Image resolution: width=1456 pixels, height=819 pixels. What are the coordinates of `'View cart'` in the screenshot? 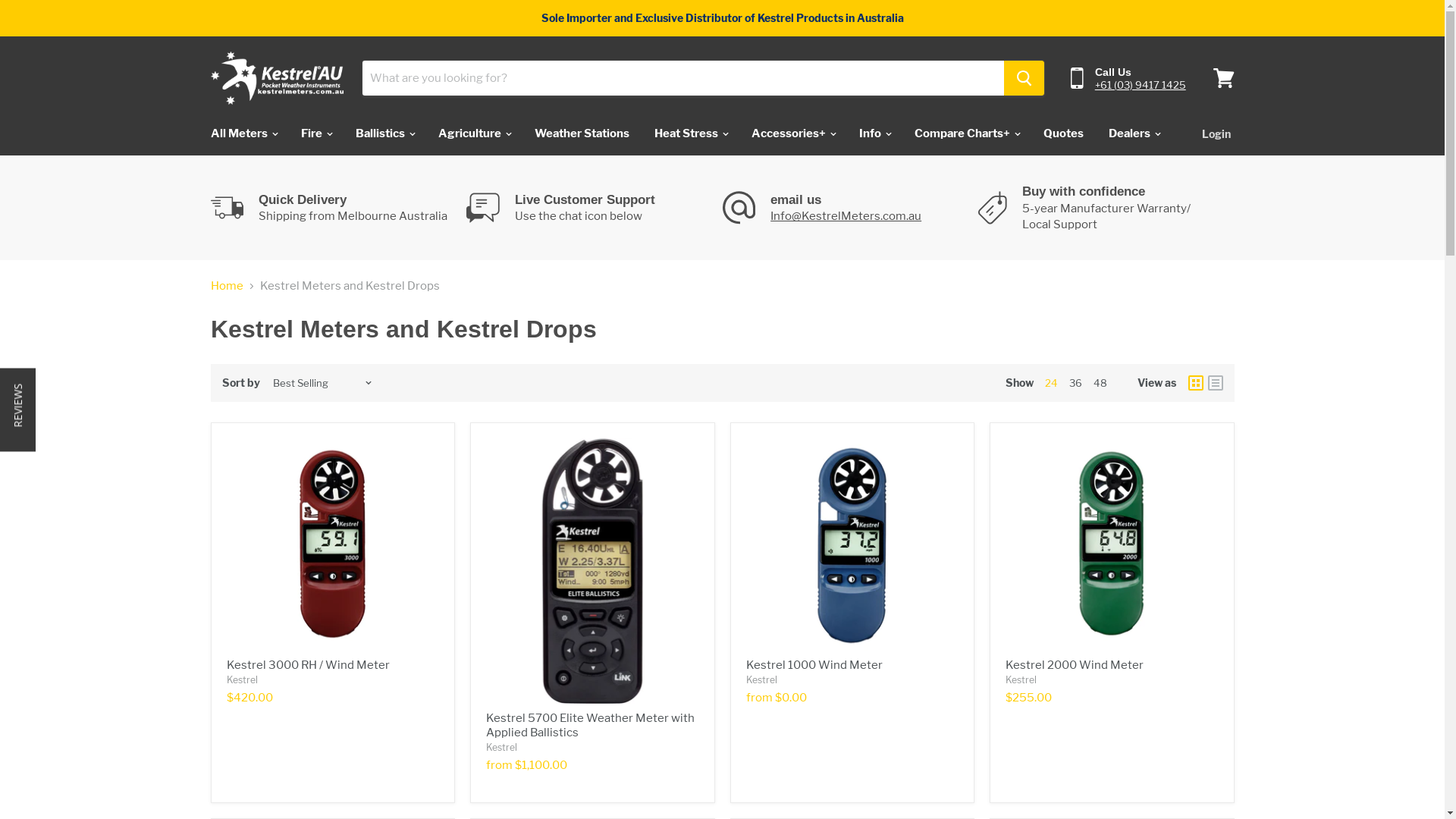 It's located at (1204, 78).